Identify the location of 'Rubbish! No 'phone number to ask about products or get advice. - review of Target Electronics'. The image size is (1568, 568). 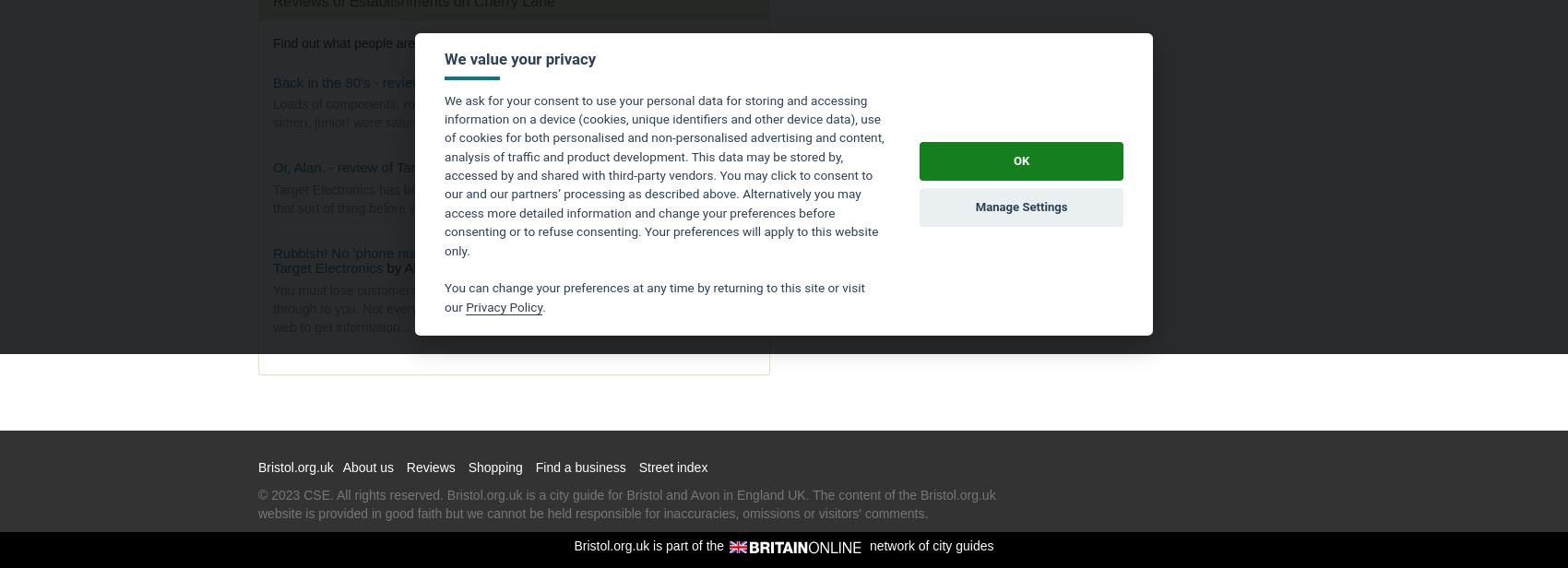
(503, 260).